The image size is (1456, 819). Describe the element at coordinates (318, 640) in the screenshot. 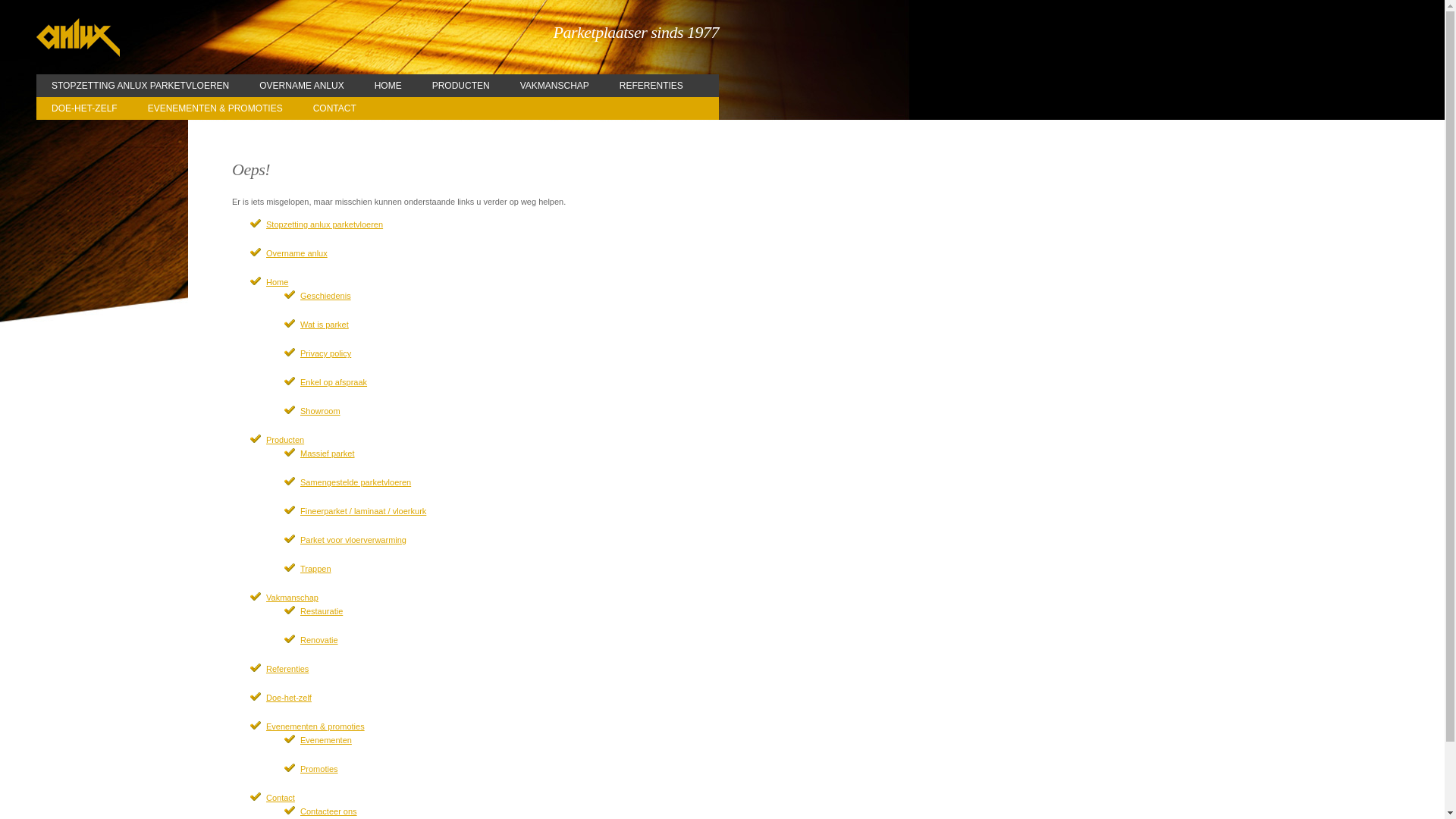

I see `'Renovatie'` at that location.